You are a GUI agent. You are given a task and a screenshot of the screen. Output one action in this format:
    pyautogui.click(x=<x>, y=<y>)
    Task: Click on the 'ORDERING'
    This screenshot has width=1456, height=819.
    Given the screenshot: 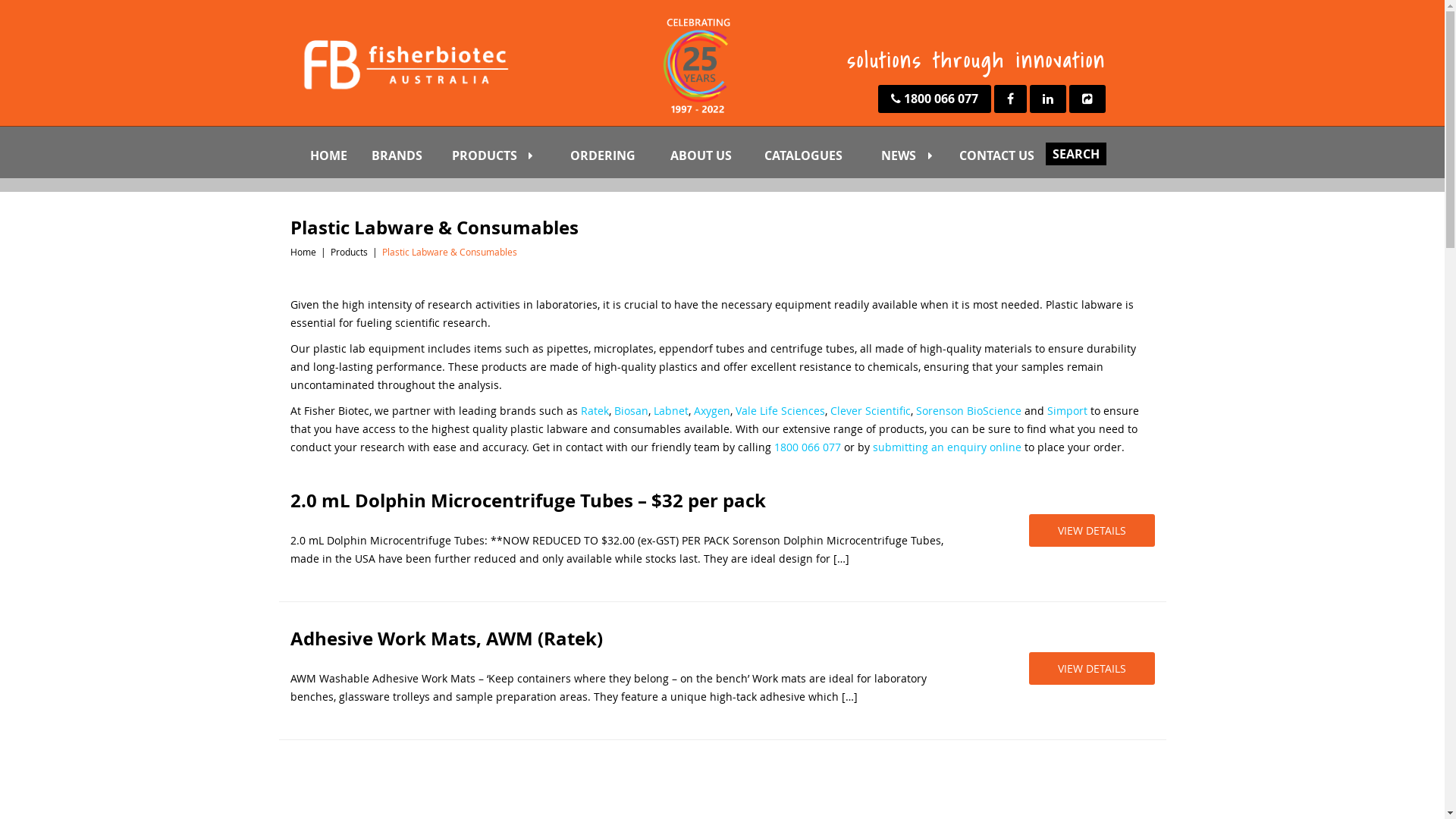 What is the action you would take?
    pyautogui.click(x=615, y=155)
    